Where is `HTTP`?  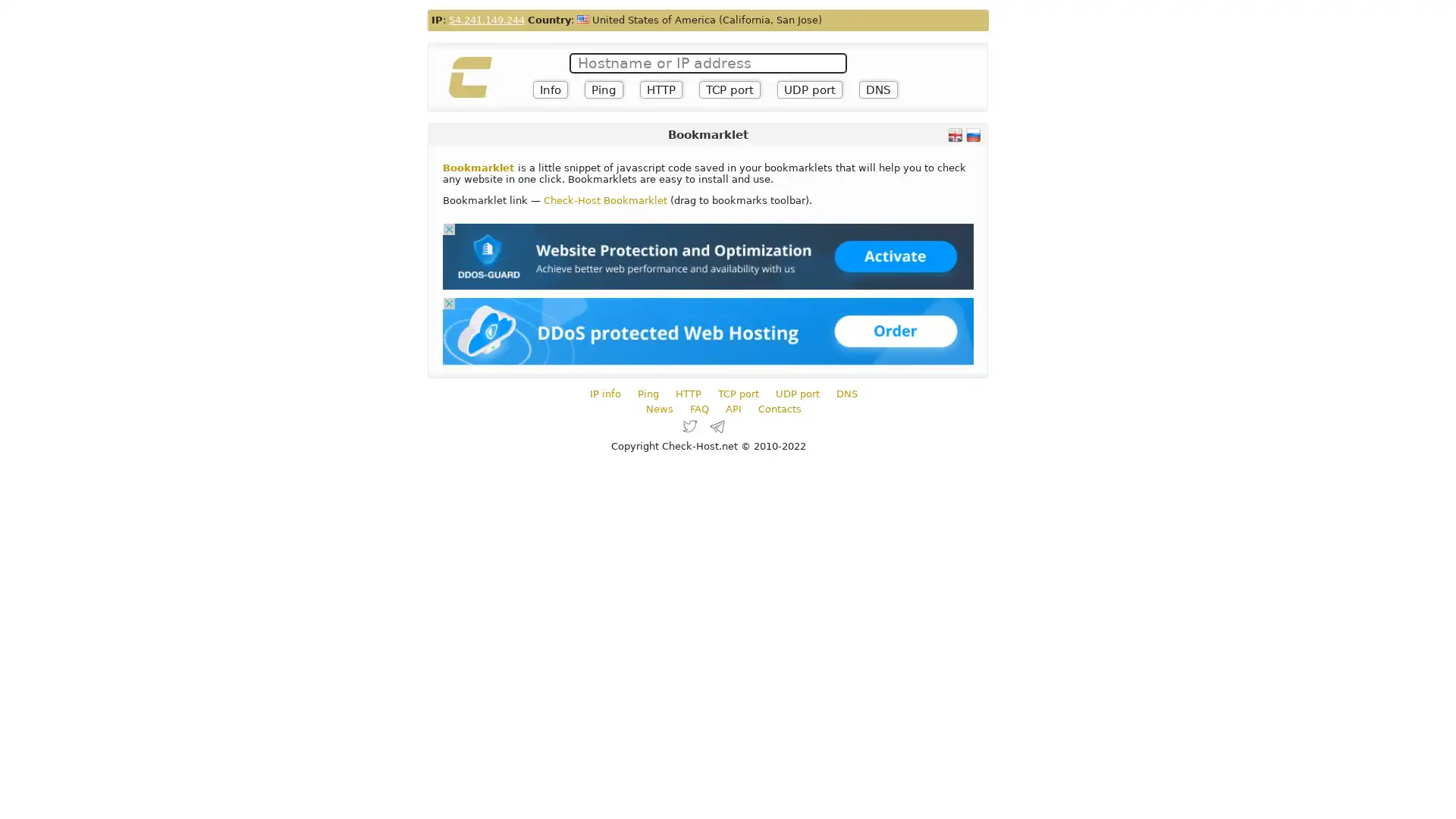 HTTP is located at coordinates (660, 89).